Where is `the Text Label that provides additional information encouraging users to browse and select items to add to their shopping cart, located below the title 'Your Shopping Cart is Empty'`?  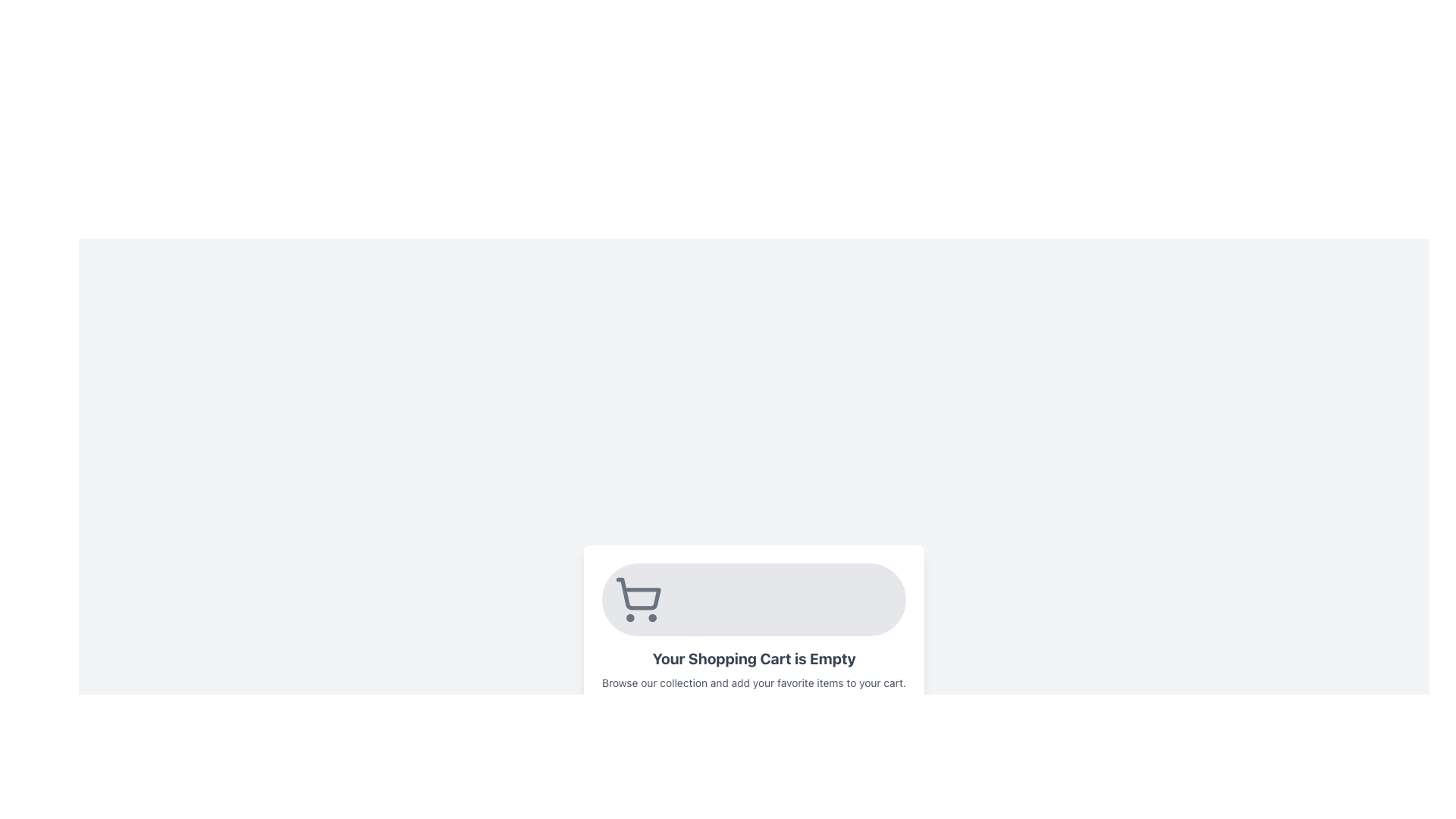
the Text Label that provides additional information encouraging users to browse and select items to add to their shopping cart, located below the title 'Your Shopping Cart is Empty' is located at coordinates (754, 683).